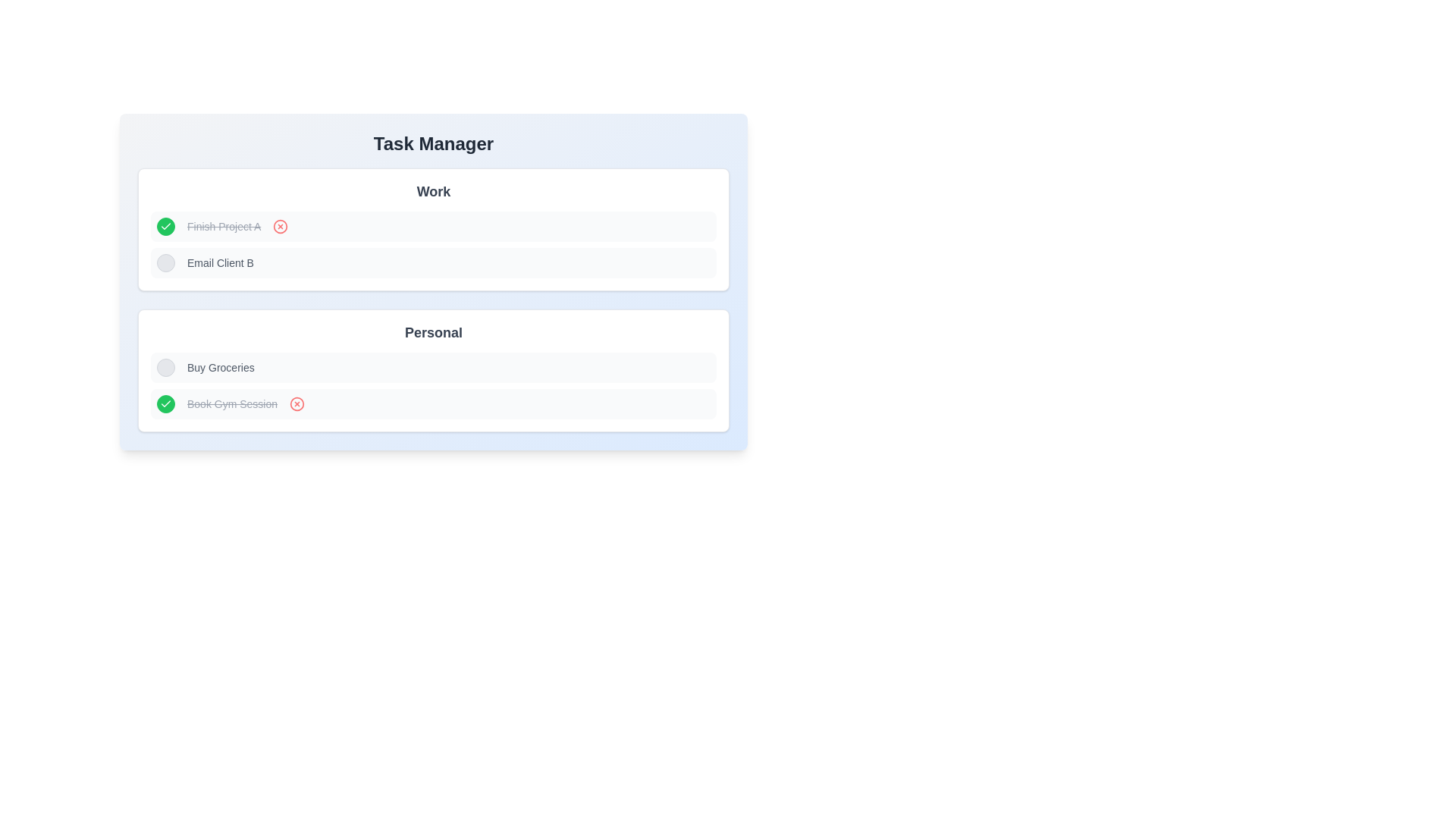  Describe the element at coordinates (432, 385) in the screenshot. I see `the 'Buy Groceries' task in the 'Personal' task list` at that location.